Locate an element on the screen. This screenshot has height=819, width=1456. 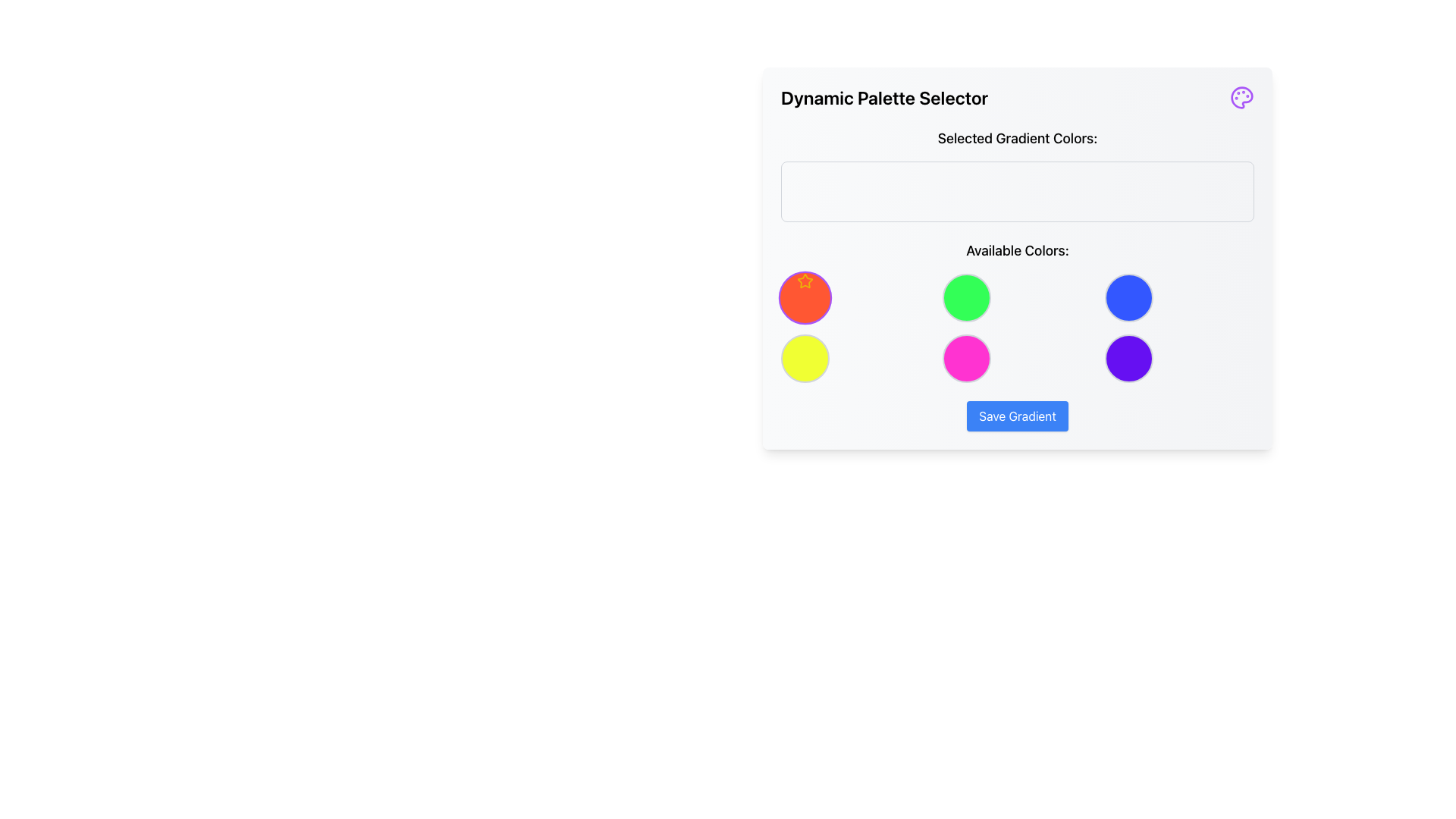
the 'Save Gradient' button, which is a rectangular button with rounded corners, blue background, and white text, located below the 'Available Colors:' text in the 'Dynamic Palette Selector' interface is located at coordinates (1018, 416).